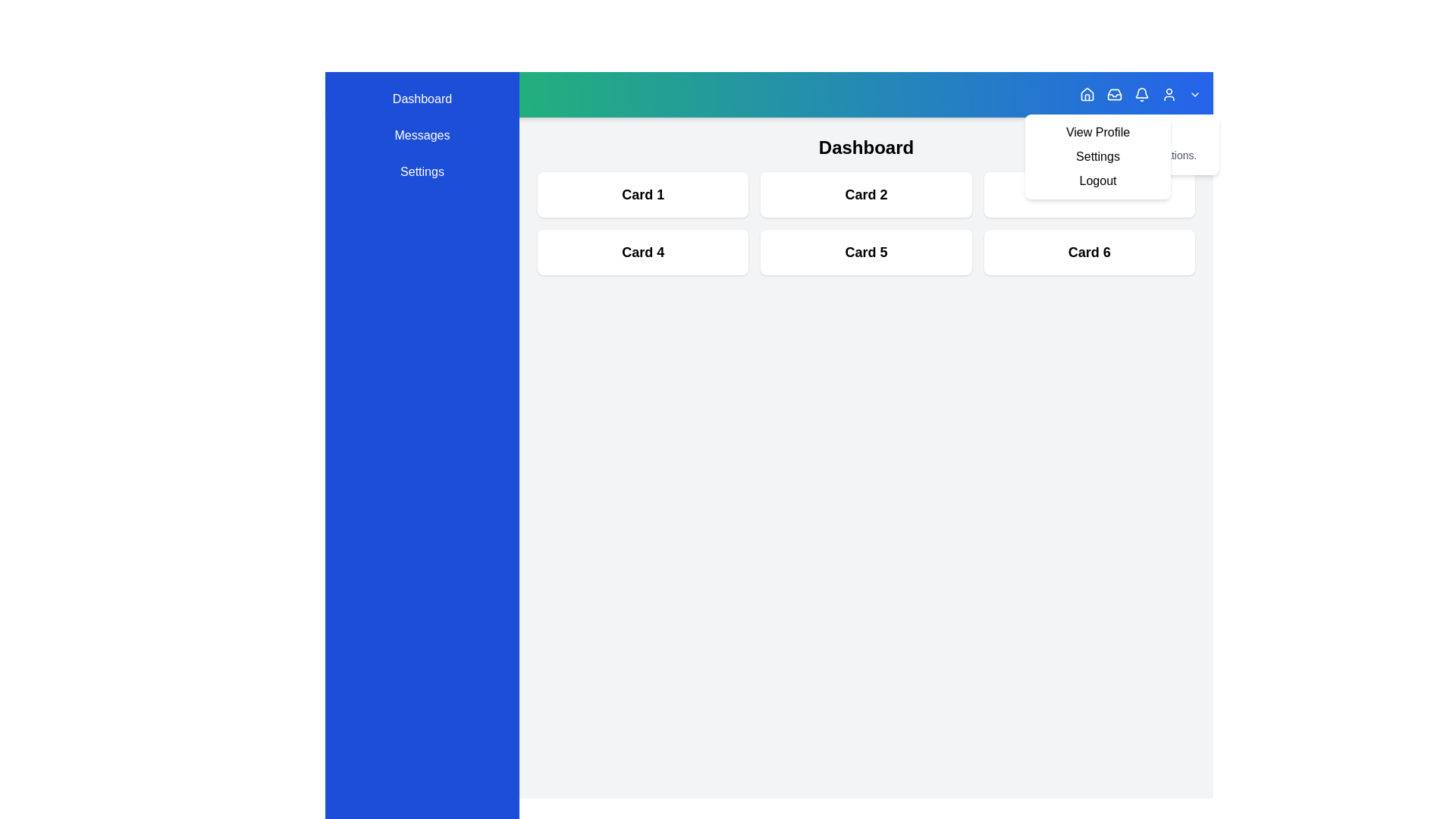 The height and width of the screenshot is (819, 1456). I want to click on the 'Messages' text link in the blue sidebar, so click(422, 134).